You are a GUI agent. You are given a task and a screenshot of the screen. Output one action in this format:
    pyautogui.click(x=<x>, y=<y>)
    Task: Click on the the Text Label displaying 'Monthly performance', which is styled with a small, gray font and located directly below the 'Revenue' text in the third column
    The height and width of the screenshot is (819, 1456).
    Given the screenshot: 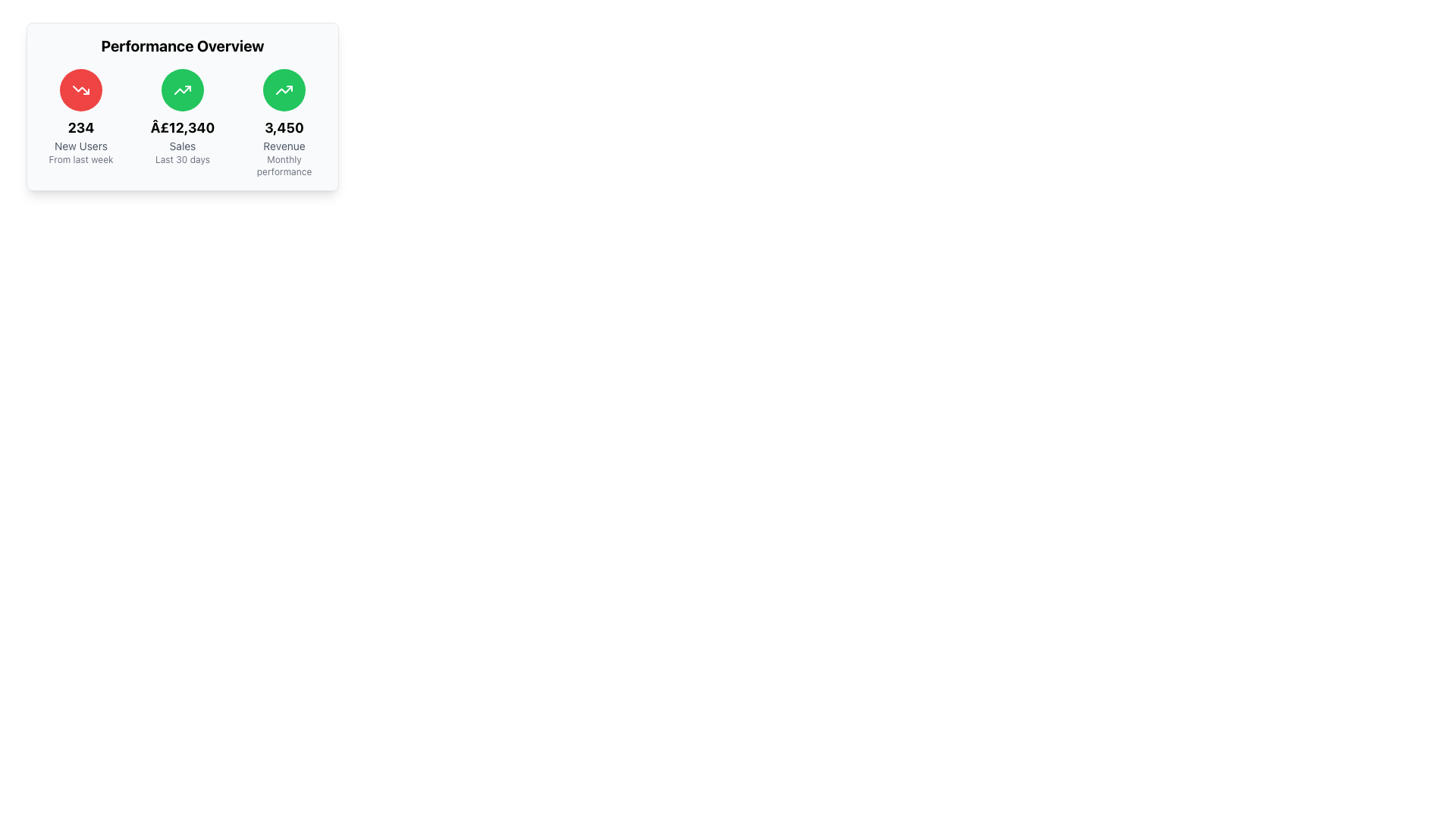 What is the action you would take?
    pyautogui.click(x=284, y=166)
    